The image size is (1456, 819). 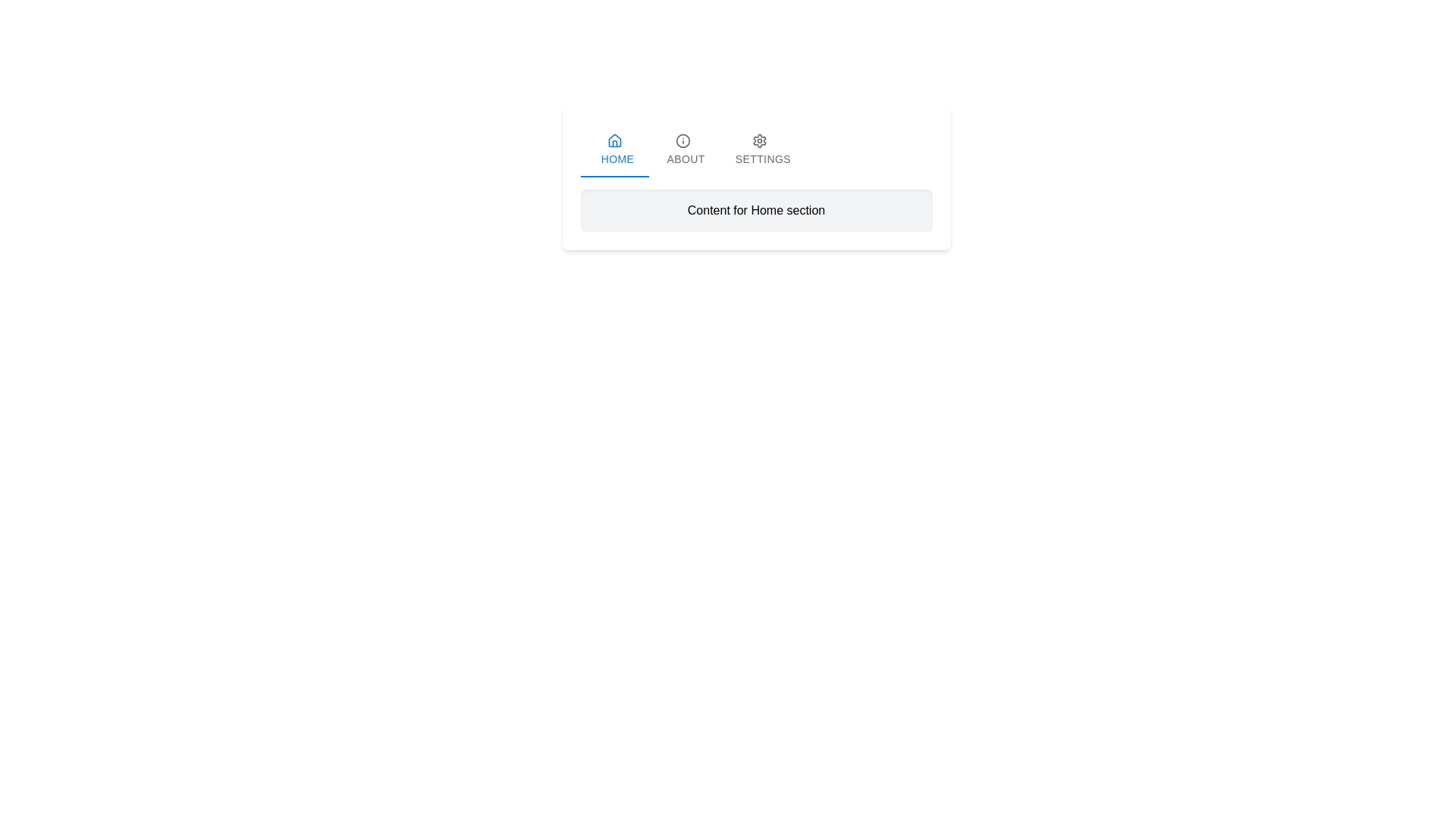 I want to click on the 'SETTINGS' tab button, which is the third tab in a horizontal navigation bar, so click(x=760, y=149).